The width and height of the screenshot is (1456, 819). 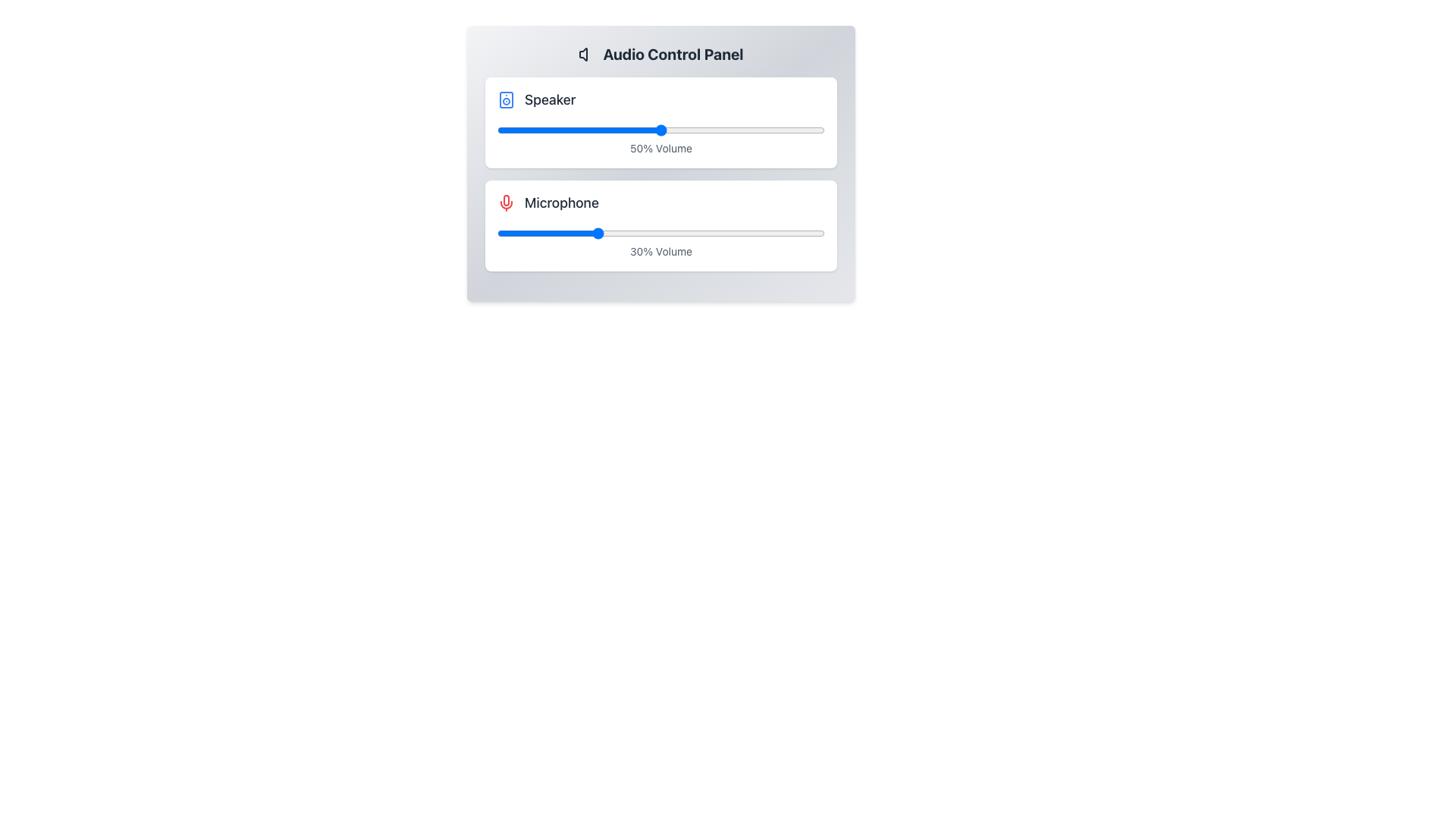 What do you see at coordinates (661, 164) in the screenshot?
I see `text labels for guidance from the composite UI panel containing interactive range sliders for volume adjustment, specifically the 'Speaker' and 'Microphone' sections` at bounding box center [661, 164].